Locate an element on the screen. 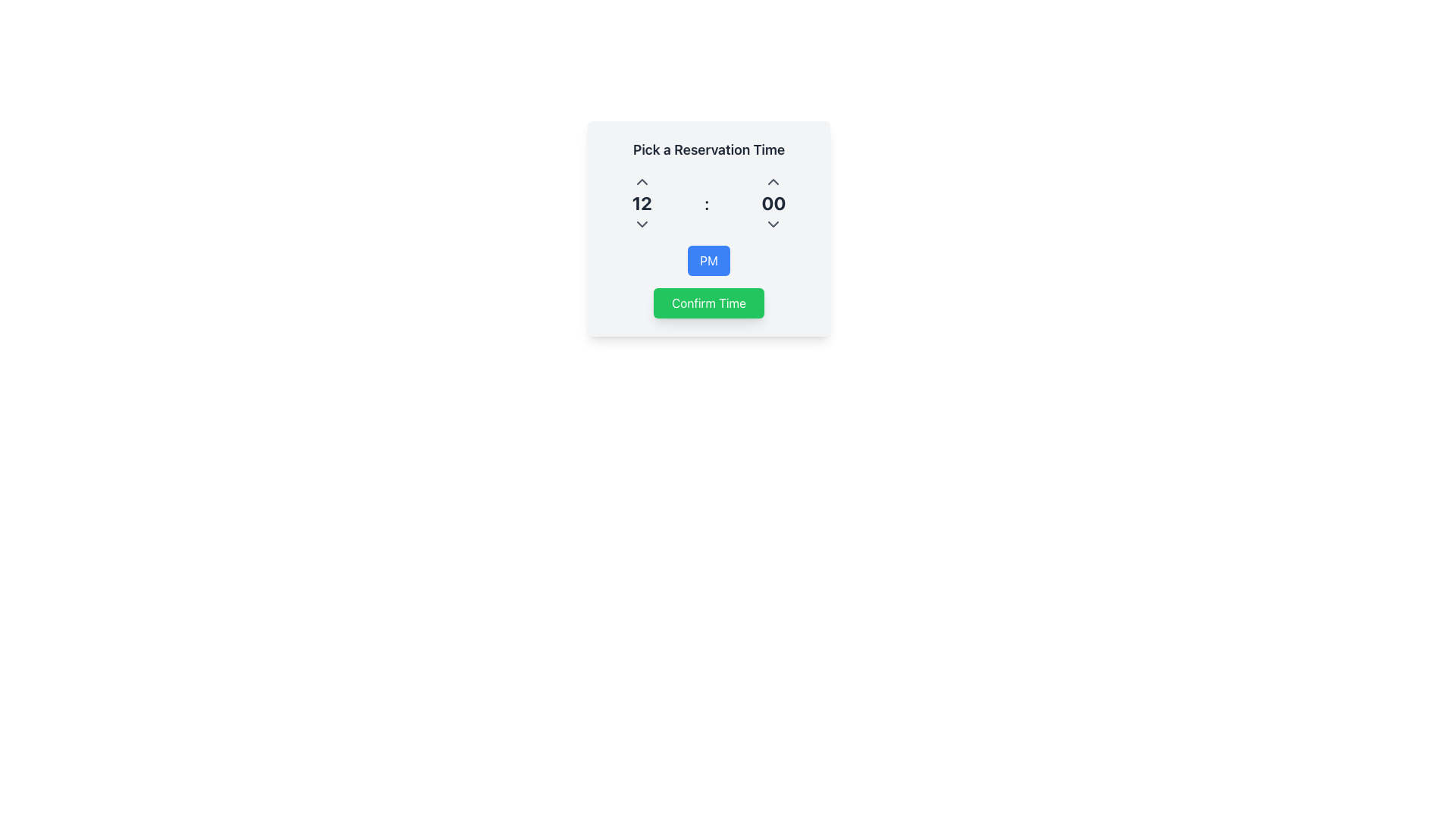  the toggle button located beneath the time selection components and above the 'Confirm Time' button in the 'Pick a Reservation Time' panel is located at coordinates (708, 259).